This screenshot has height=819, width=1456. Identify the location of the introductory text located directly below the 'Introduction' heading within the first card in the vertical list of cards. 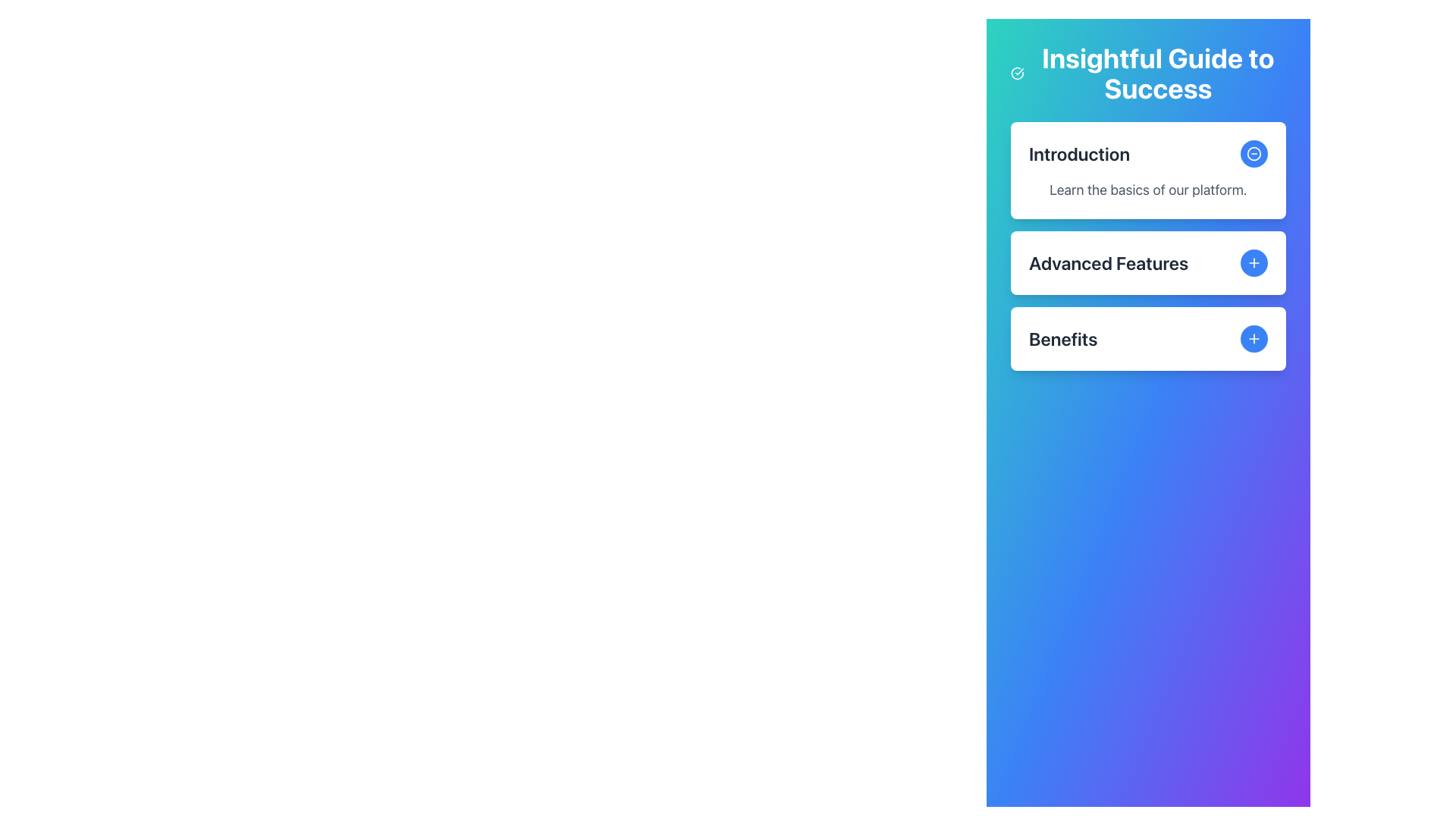
(1148, 189).